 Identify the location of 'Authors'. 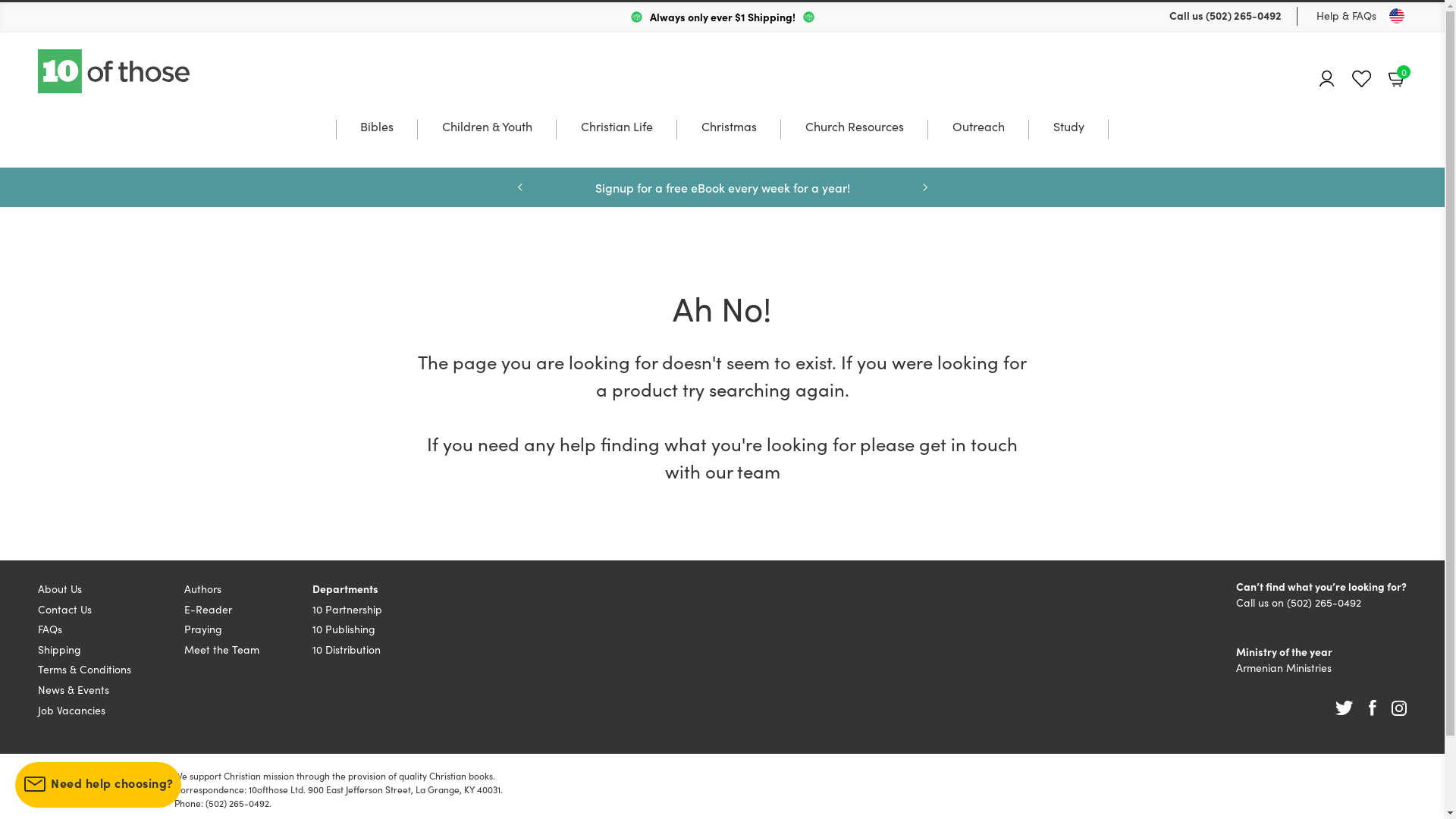
(202, 587).